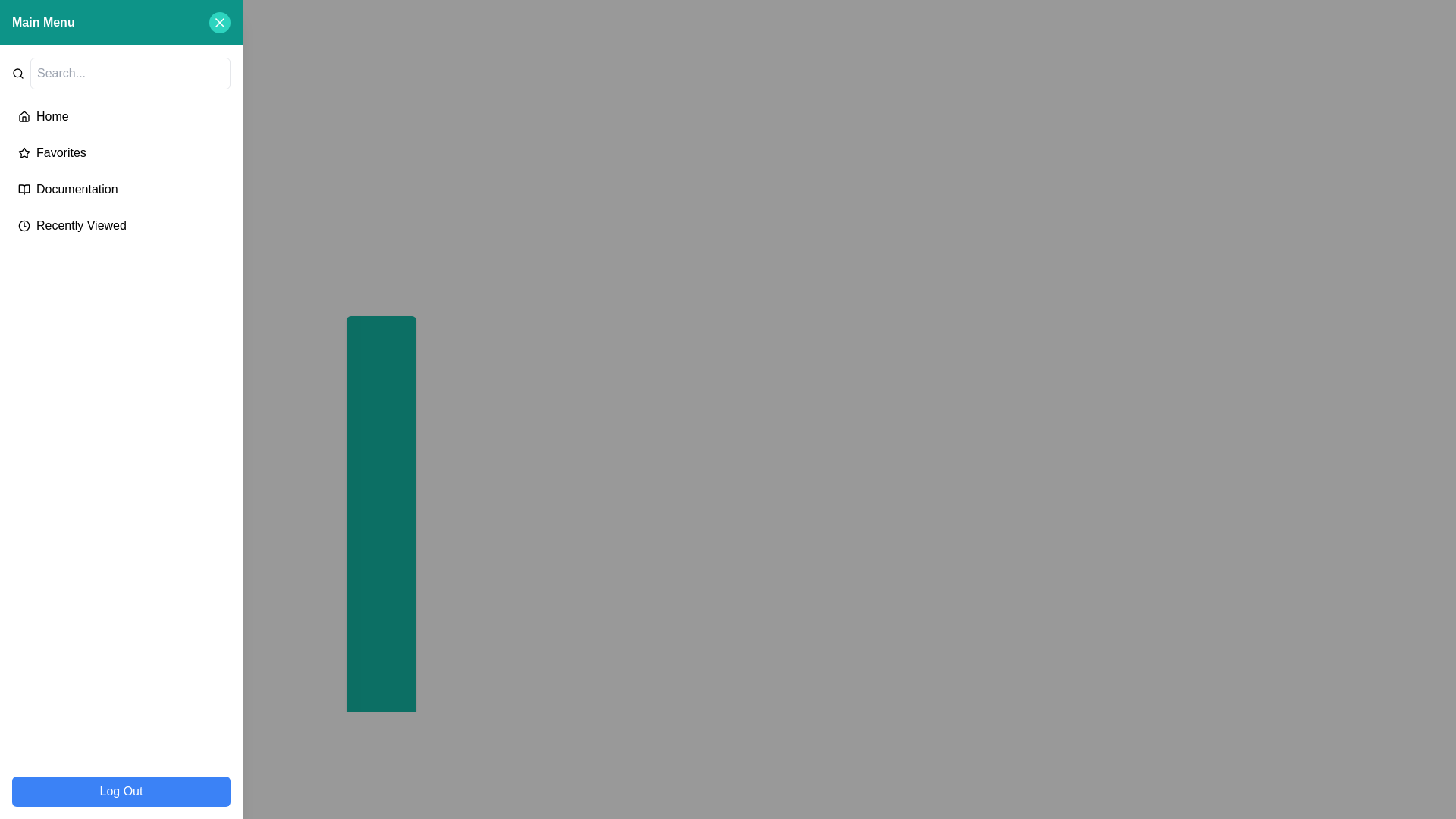 The width and height of the screenshot is (1456, 819). Describe the element at coordinates (24, 116) in the screenshot. I see `the home icon located in the Main Menu panel, positioned to the left of the 'Home' text label` at that location.